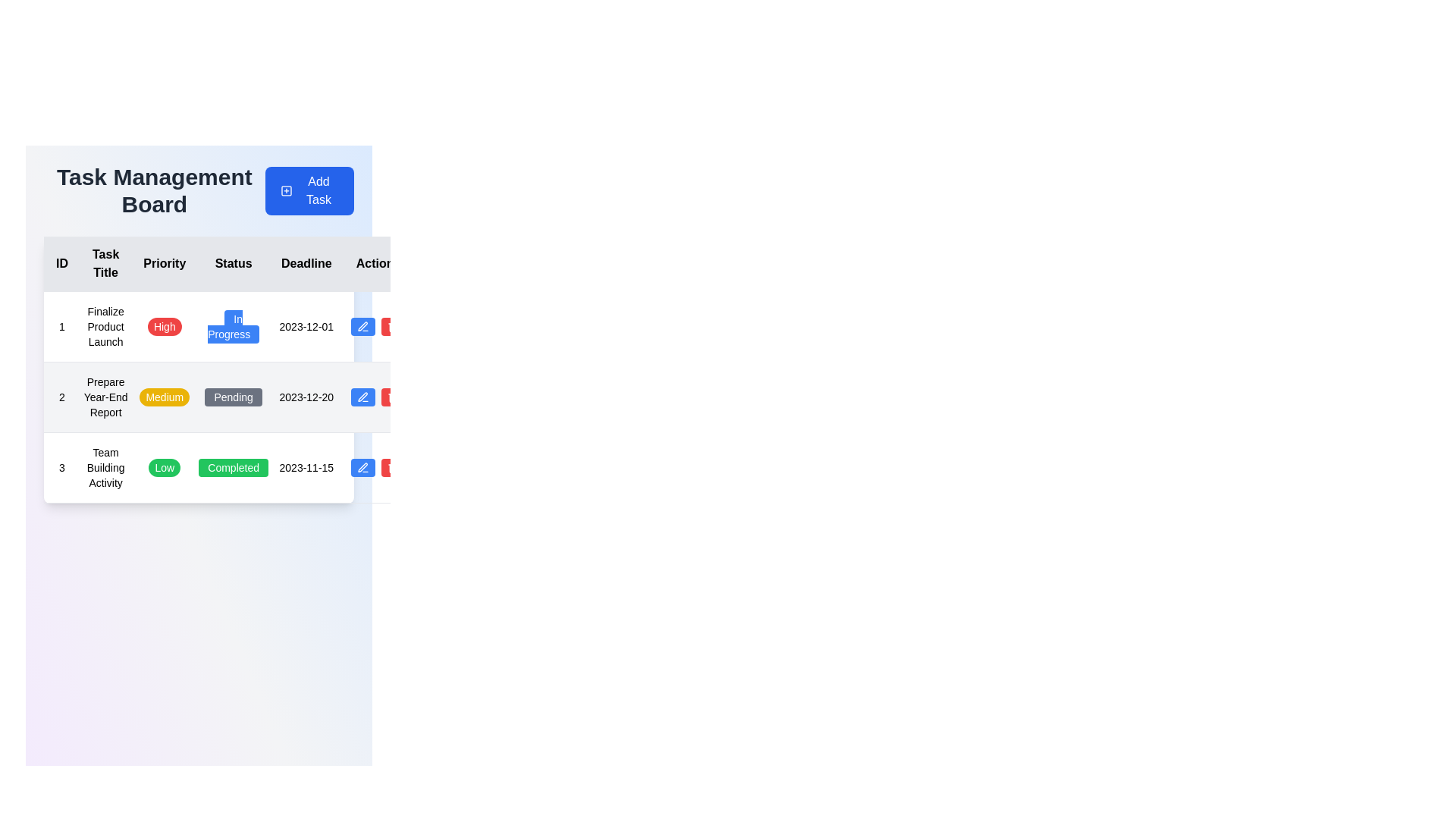 Image resolution: width=1456 pixels, height=819 pixels. Describe the element at coordinates (362, 325) in the screenshot. I see `the 'Edit' icon located in the second row of the task list within the 'Action' column` at that location.